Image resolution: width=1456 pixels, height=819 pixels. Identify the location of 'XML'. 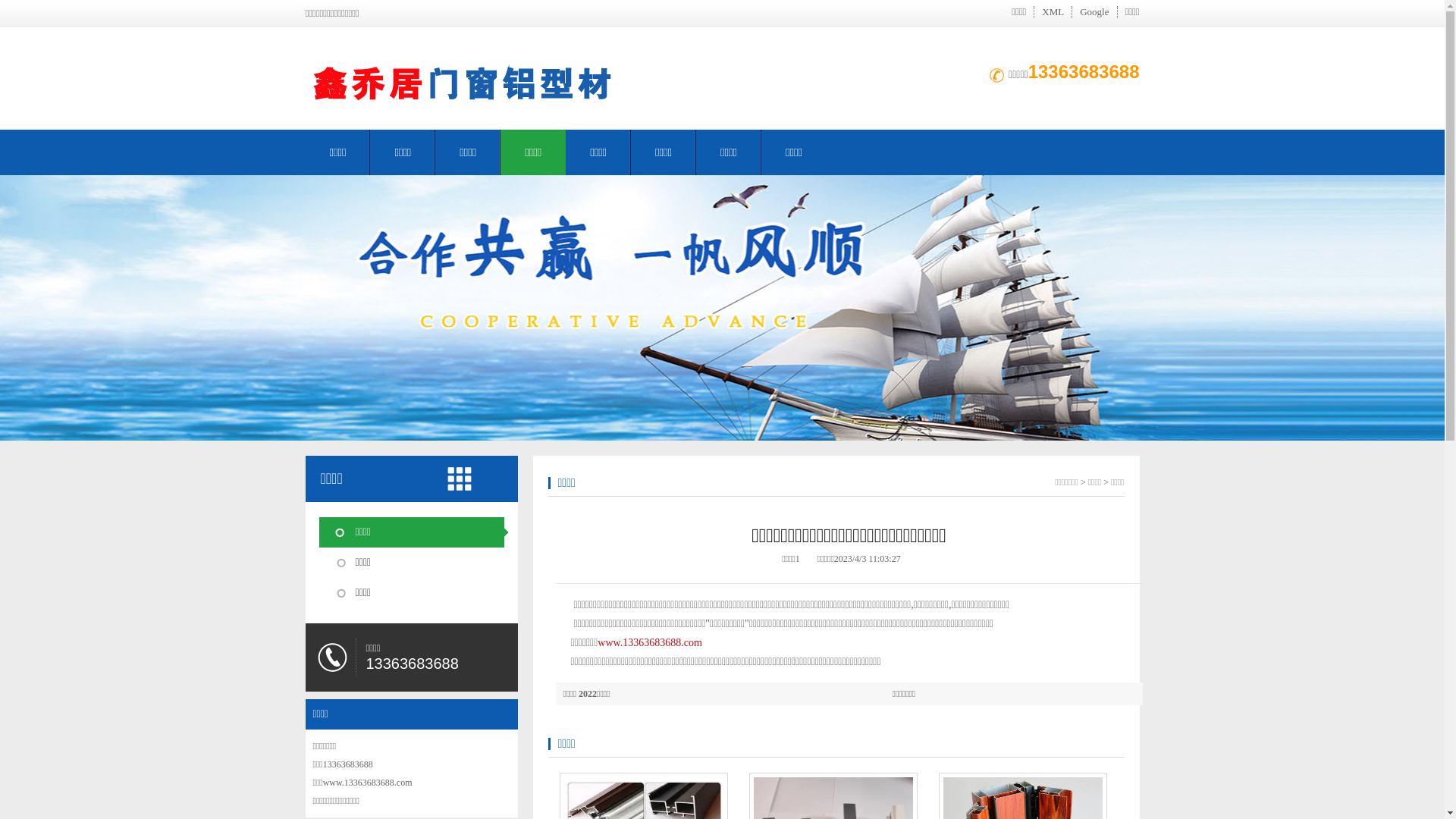
(1052, 11).